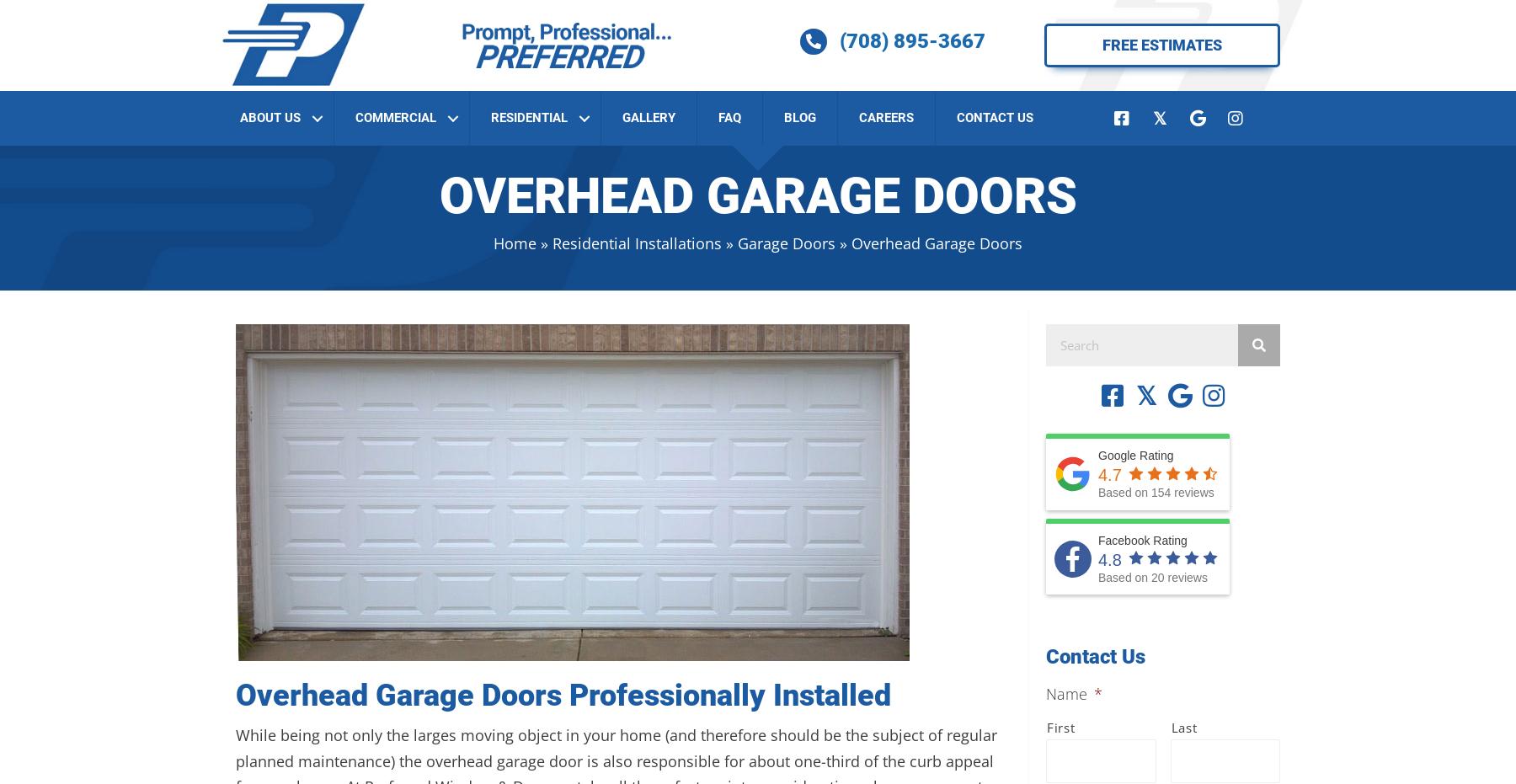 The height and width of the screenshot is (784, 1516). Describe the element at coordinates (886, 115) in the screenshot. I see `'Careers'` at that location.